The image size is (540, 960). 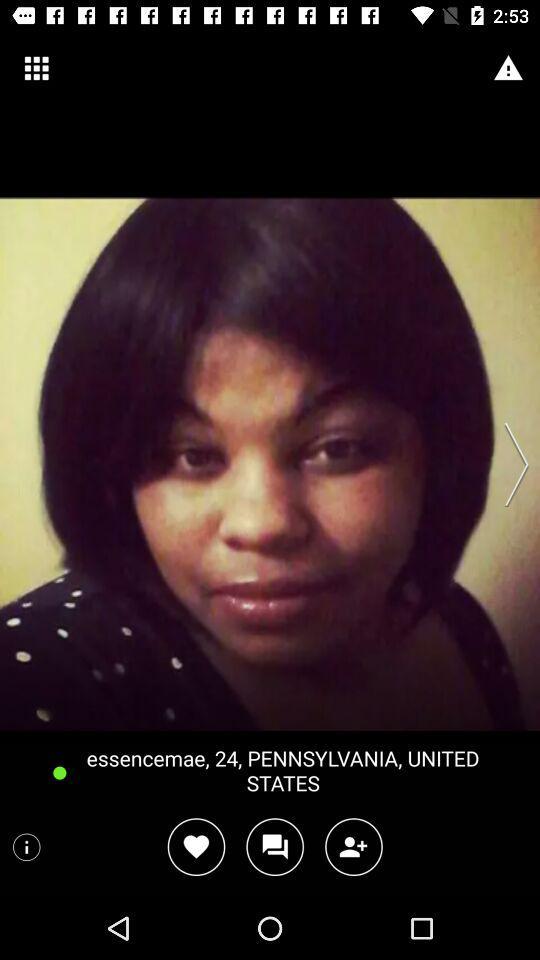 What do you see at coordinates (353, 846) in the screenshot?
I see `the follow icon` at bounding box center [353, 846].